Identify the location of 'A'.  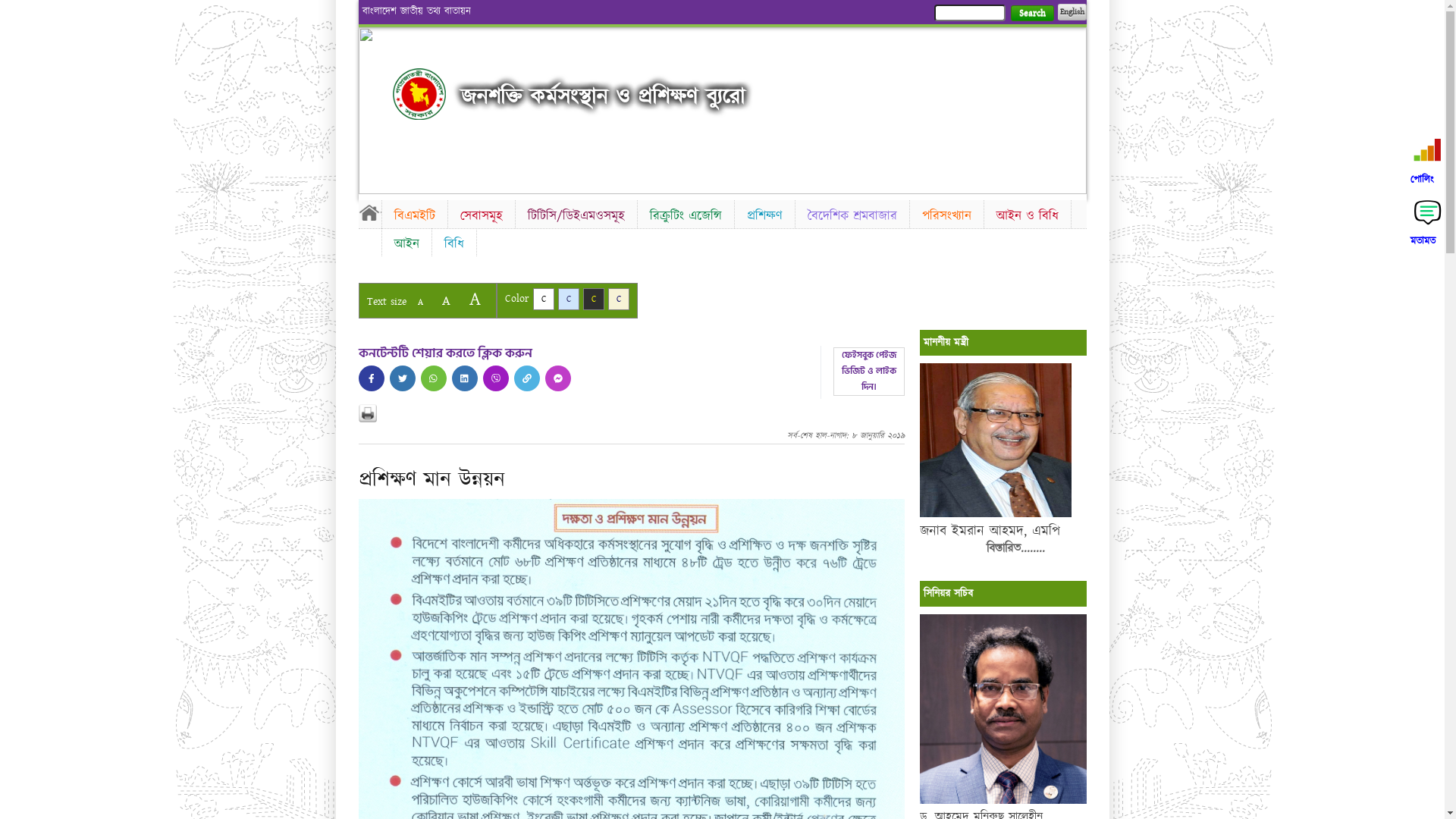
(473, 299).